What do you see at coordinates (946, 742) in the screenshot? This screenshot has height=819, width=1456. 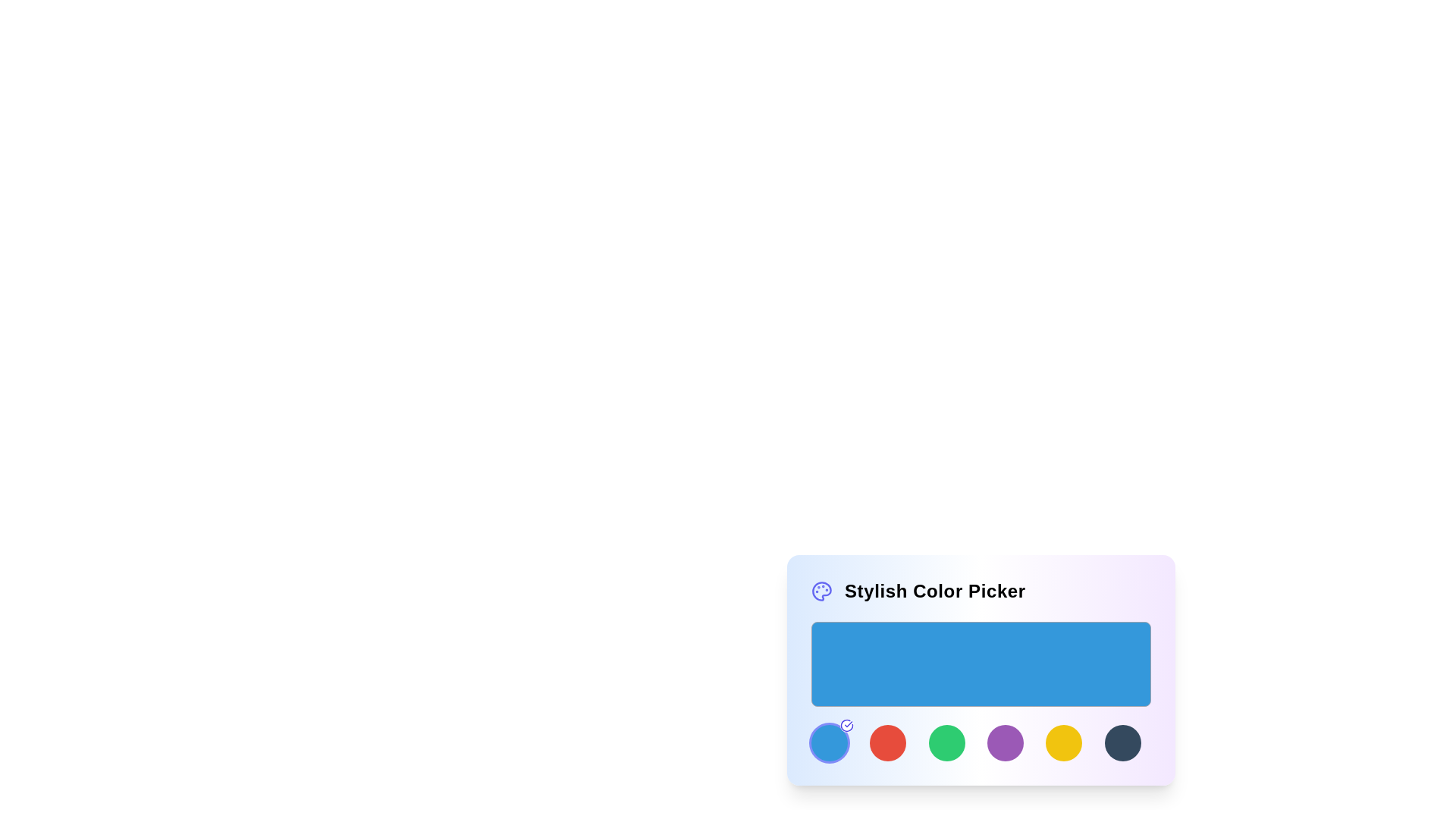 I see `the fourth circular button with a green background in the grid layout` at bounding box center [946, 742].